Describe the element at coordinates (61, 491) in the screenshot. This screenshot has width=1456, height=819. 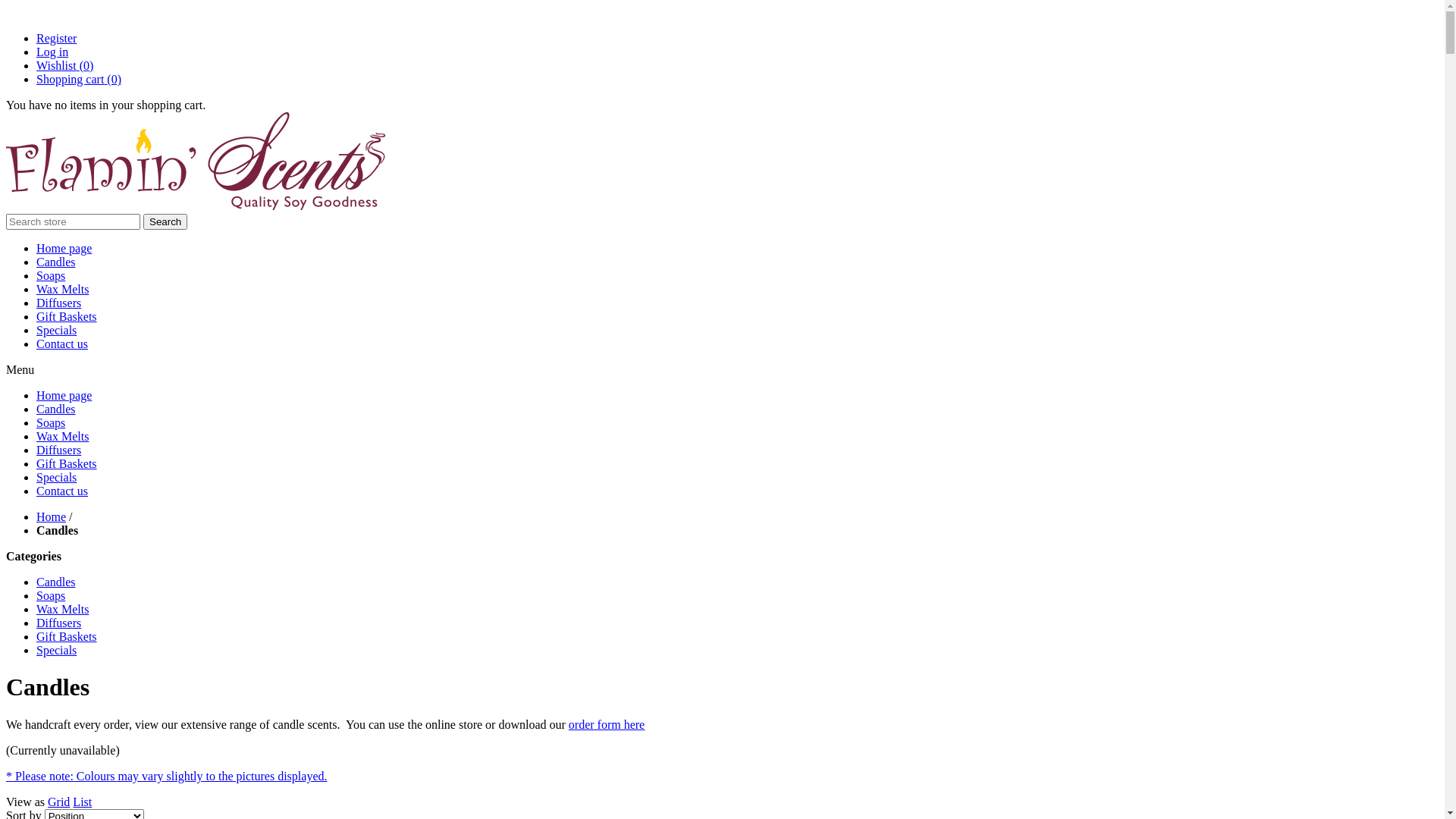
I see `'Contact us'` at that location.